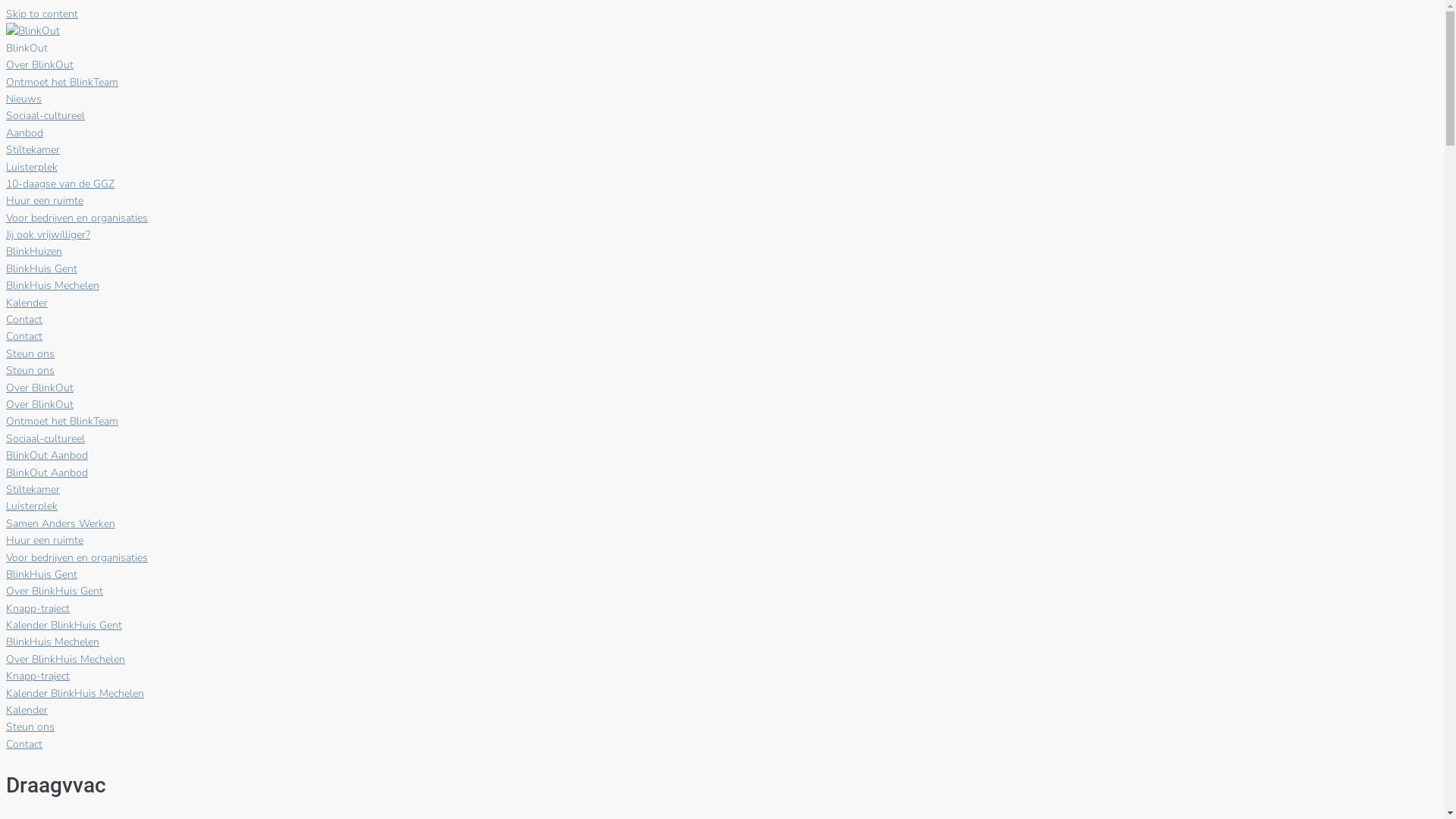  Describe the element at coordinates (33, 149) in the screenshot. I see `'Stiltekamer'` at that location.